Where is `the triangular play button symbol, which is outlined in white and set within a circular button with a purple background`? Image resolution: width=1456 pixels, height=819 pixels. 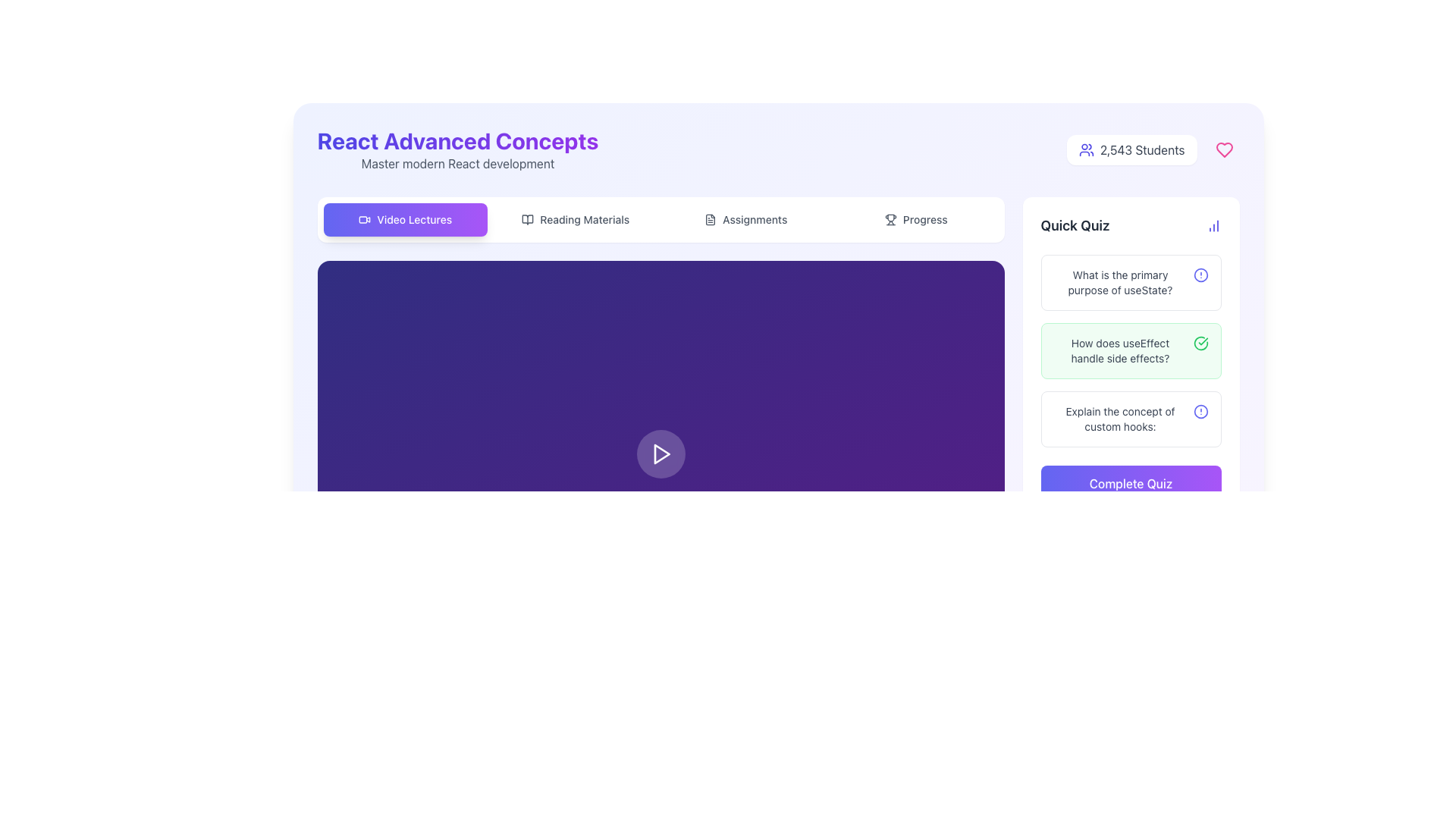
the triangular play button symbol, which is outlined in white and set within a circular button with a purple background is located at coordinates (661, 453).